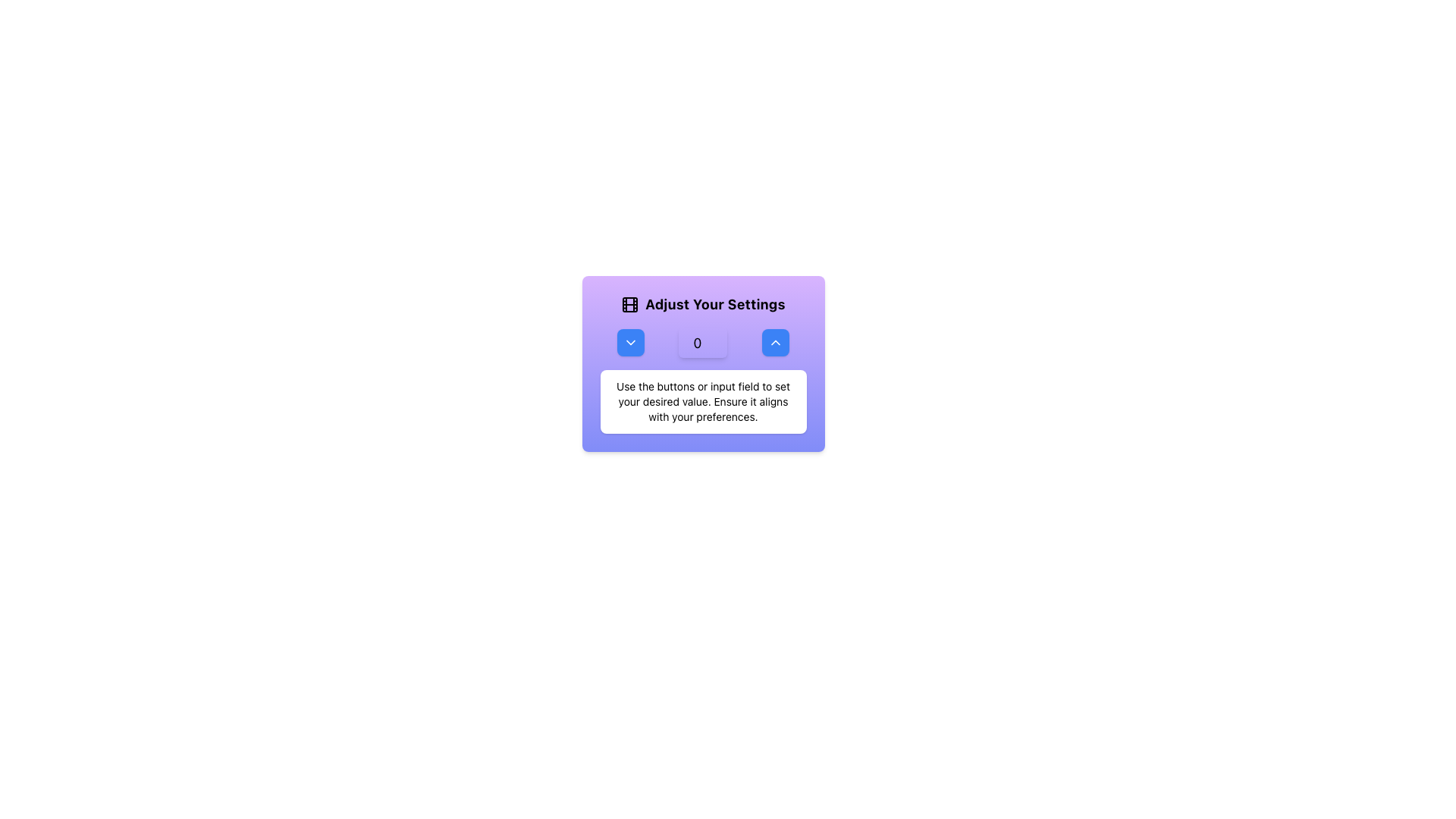  What do you see at coordinates (714, 304) in the screenshot?
I see `the bold and large static text label reading 'Adjust Your Settings' that is positioned on a purple background, located at the top of a box-like UI component` at bounding box center [714, 304].